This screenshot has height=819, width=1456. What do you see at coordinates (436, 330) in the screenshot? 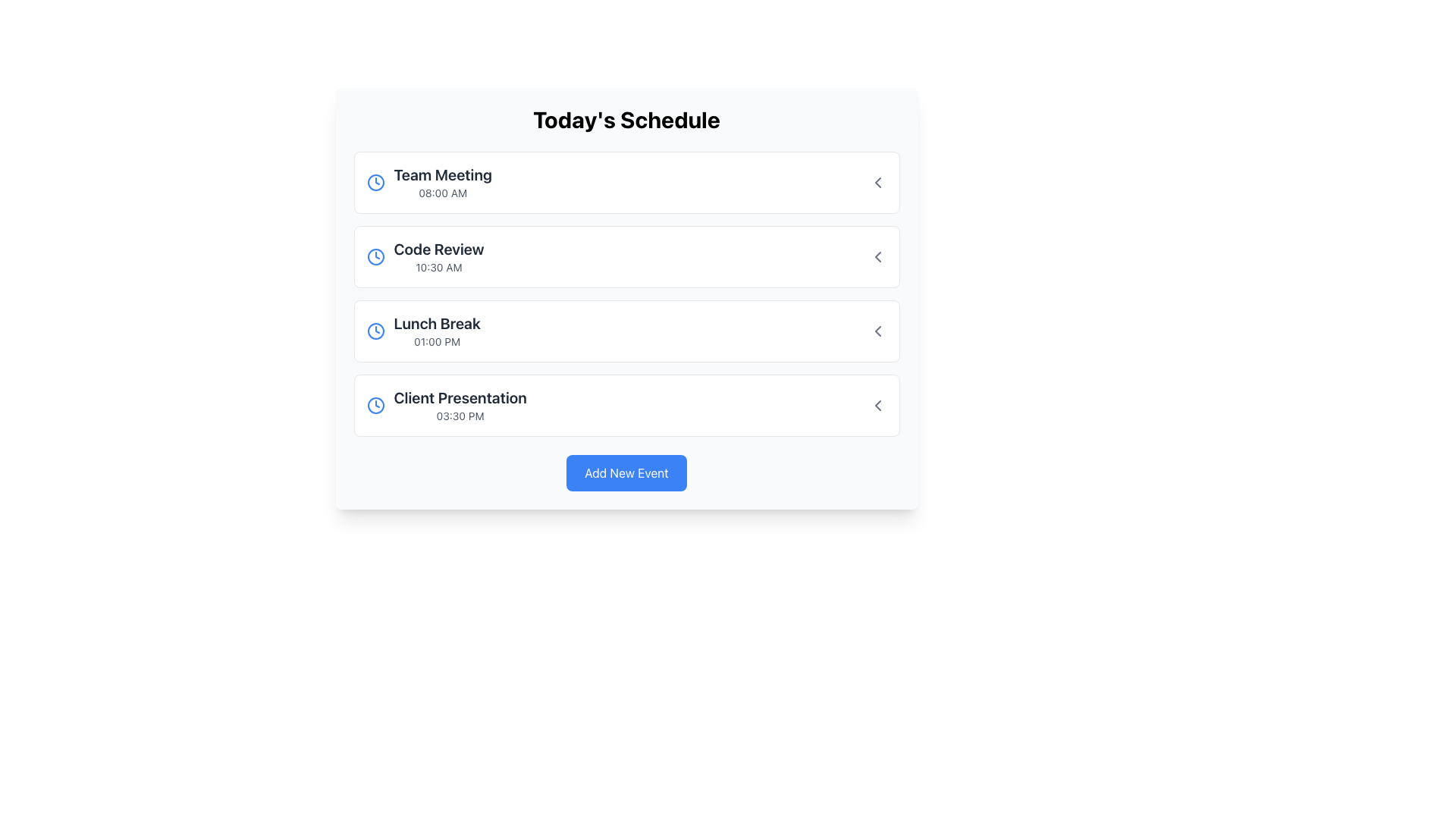
I see `the 'Lunch Break' text display element in the 'Today's Schedule' panel` at bounding box center [436, 330].